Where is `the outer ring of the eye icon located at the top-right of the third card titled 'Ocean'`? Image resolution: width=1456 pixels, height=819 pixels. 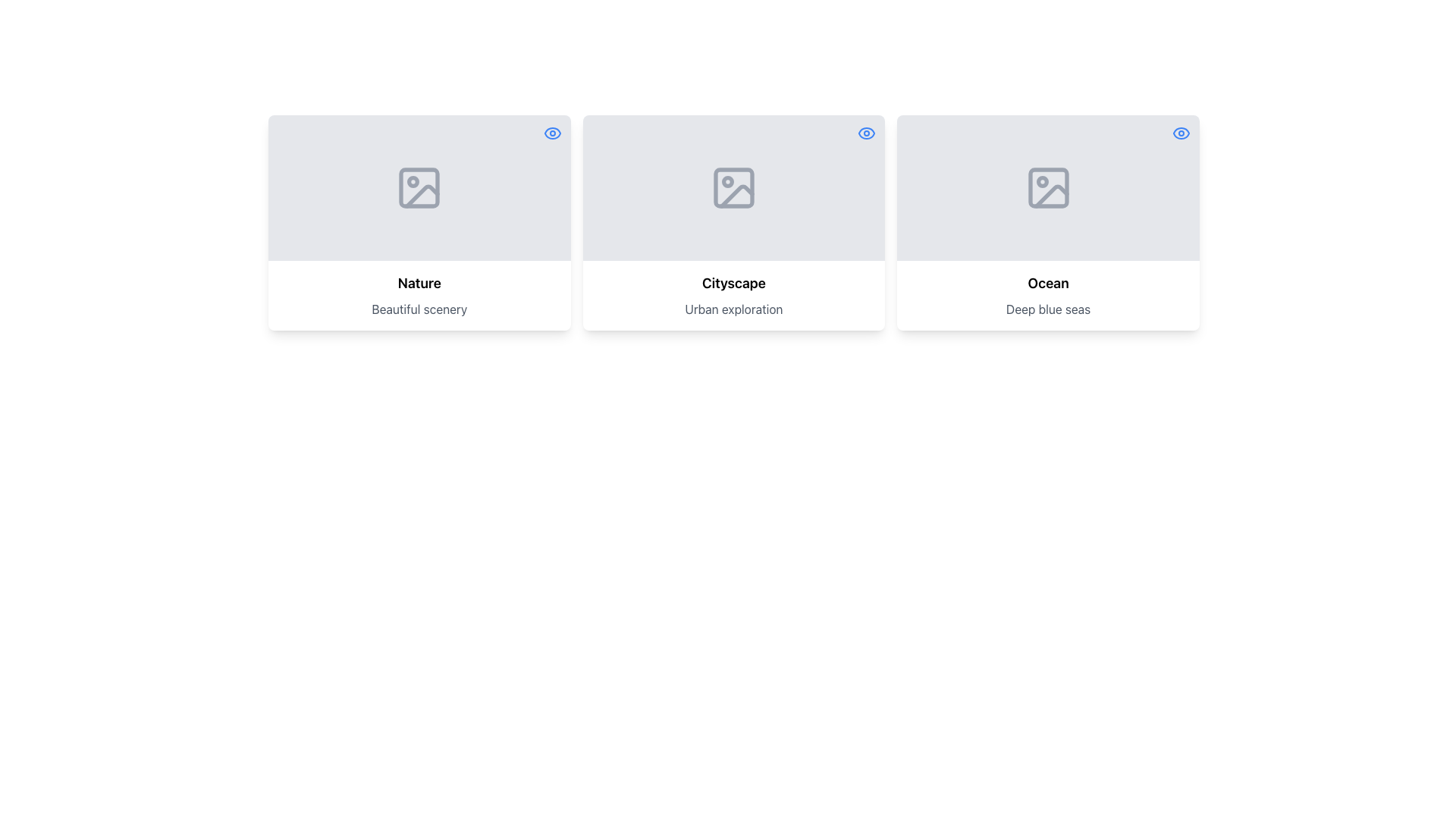
the outer ring of the eye icon located at the top-right of the third card titled 'Ocean' is located at coordinates (1180, 133).